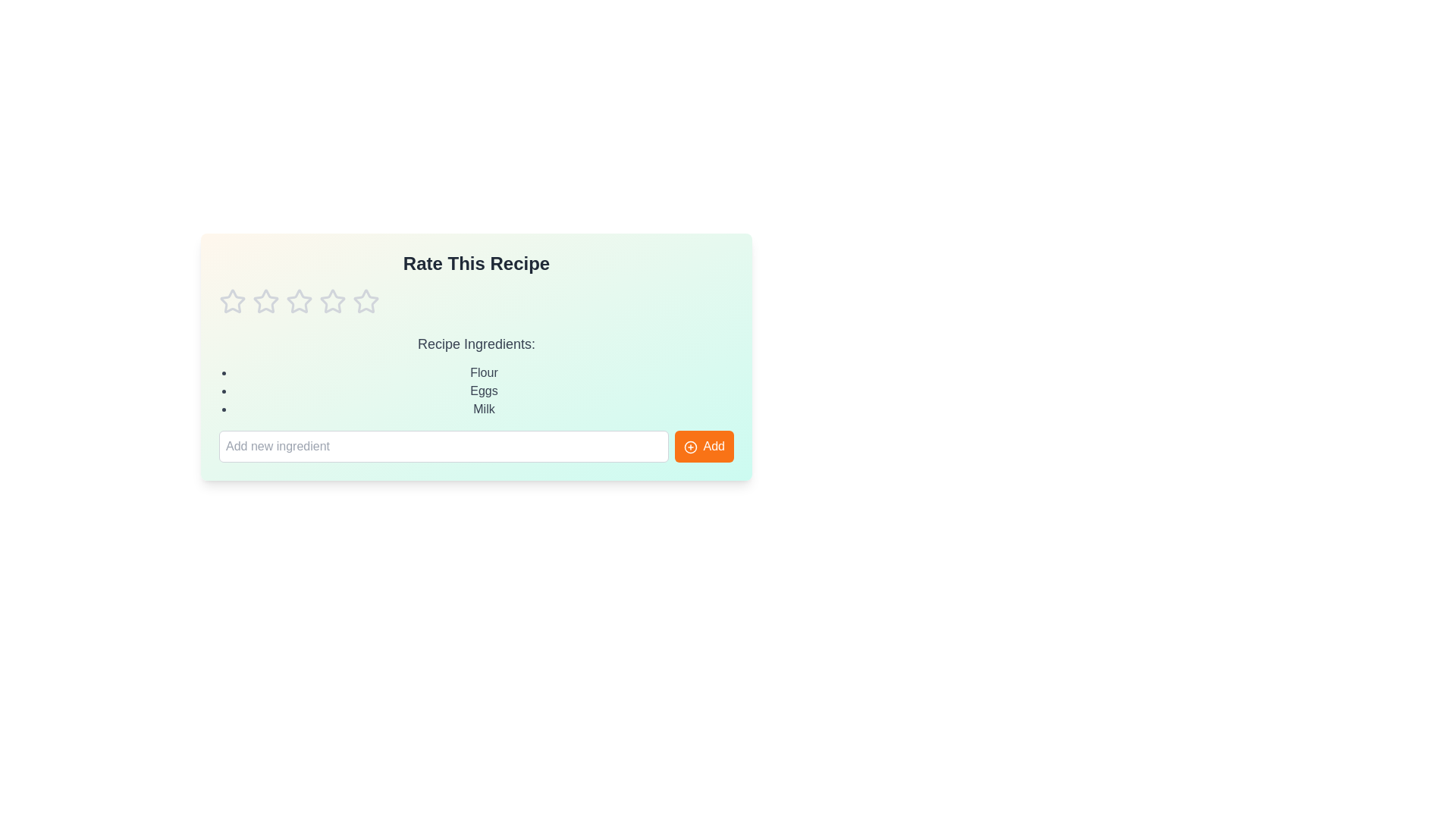 Image resolution: width=1456 pixels, height=819 pixels. I want to click on the 'Add new ingredient' input field and type the text 'Sugar', so click(443, 446).